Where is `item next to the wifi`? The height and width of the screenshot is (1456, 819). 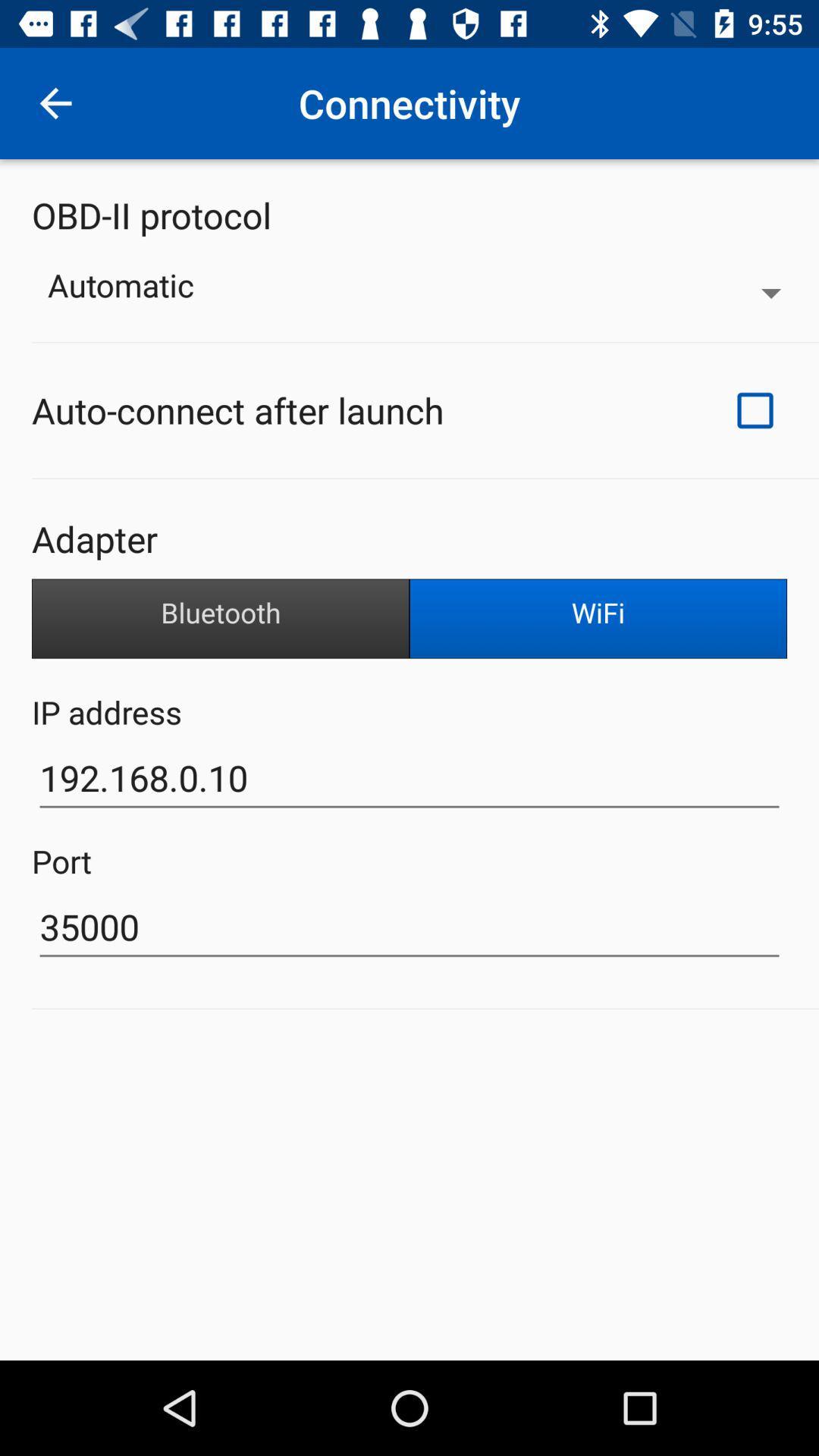
item next to the wifi is located at coordinates (220, 619).